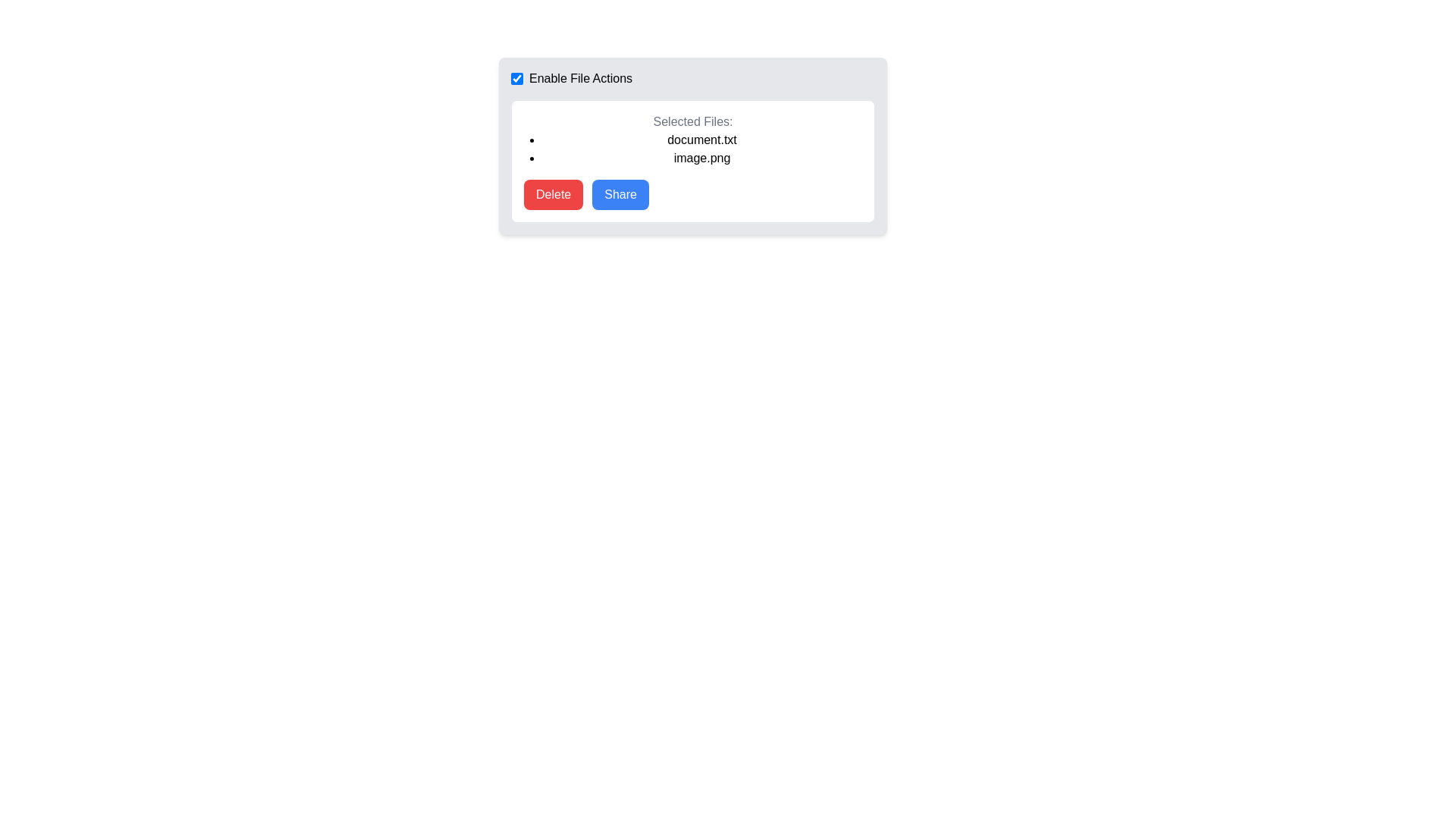 The width and height of the screenshot is (1456, 819). What do you see at coordinates (516, 79) in the screenshot?
I see `the checkbox located in the upper left corner of the rectangular panel that has a blue outline and is aligned to the left of the text 'Enable File Actions.'` at bounding box center [516, 79].